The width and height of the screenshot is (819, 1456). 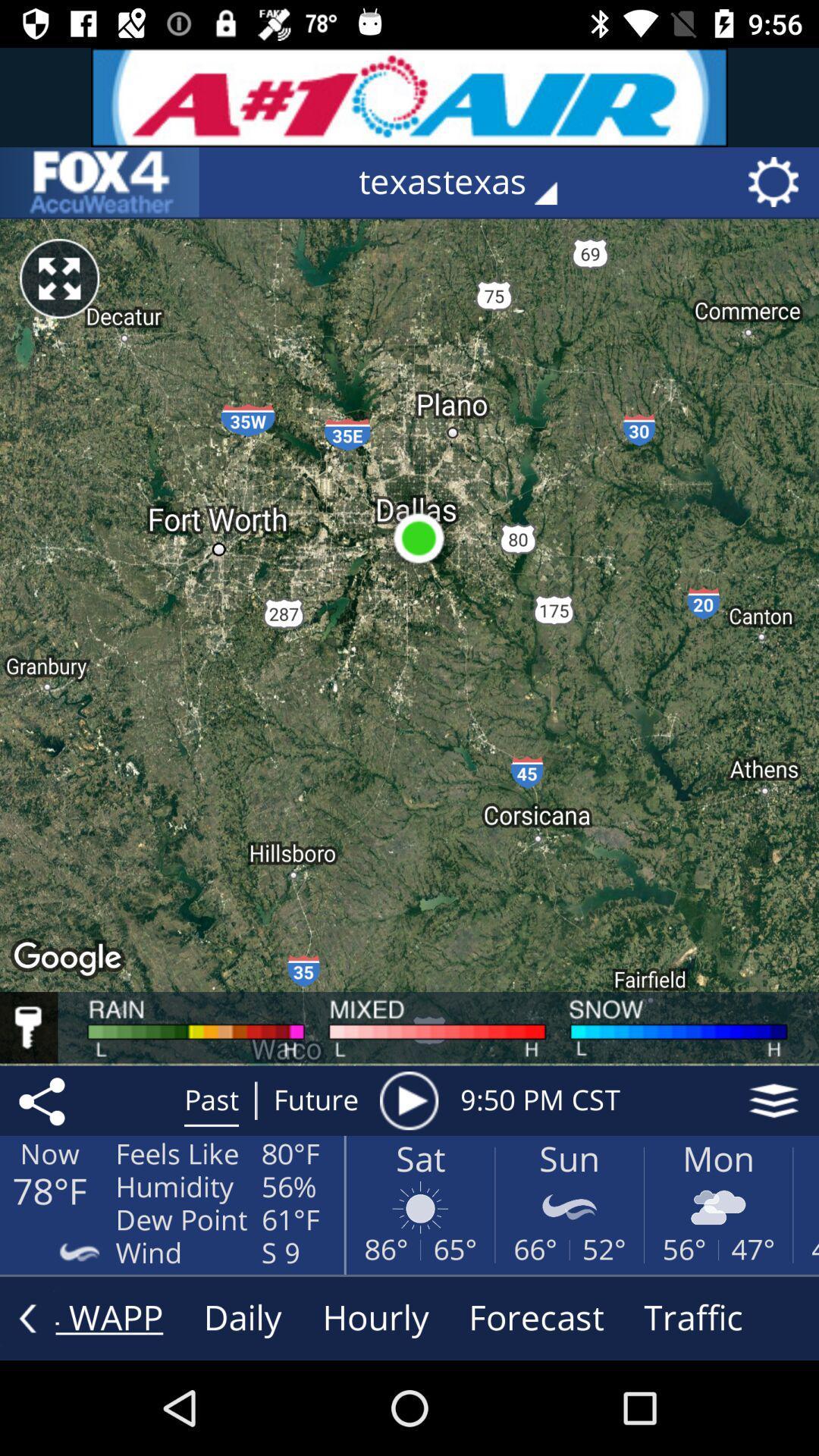 I want to click on the layers icon, so click(x=773, y=1100).